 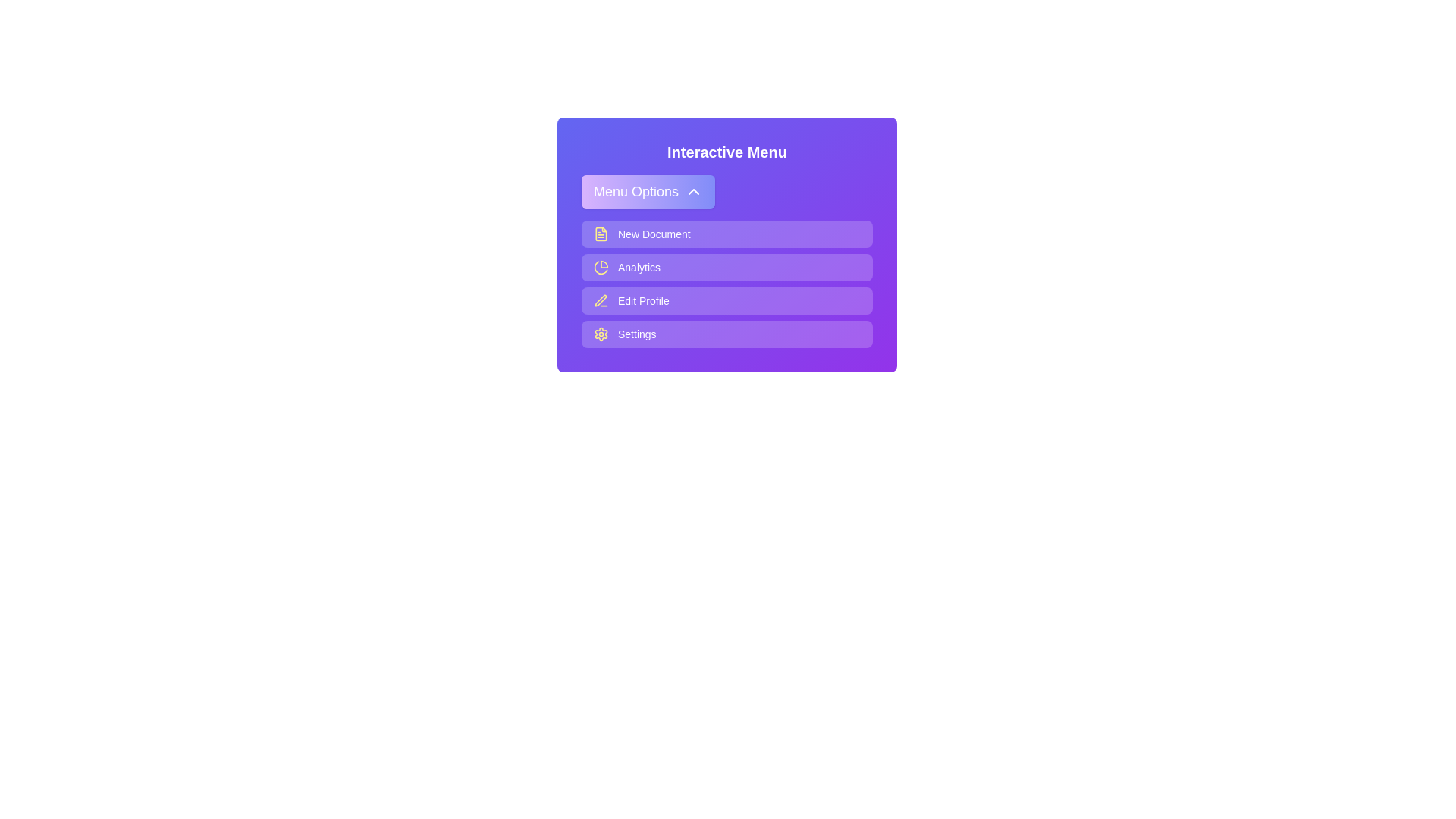 I want to click on the decorative icon indicator for the 'Edit Profile' menu option, located to the left of the descriptive text 'Edit Profile', so click(x=600, y=301).